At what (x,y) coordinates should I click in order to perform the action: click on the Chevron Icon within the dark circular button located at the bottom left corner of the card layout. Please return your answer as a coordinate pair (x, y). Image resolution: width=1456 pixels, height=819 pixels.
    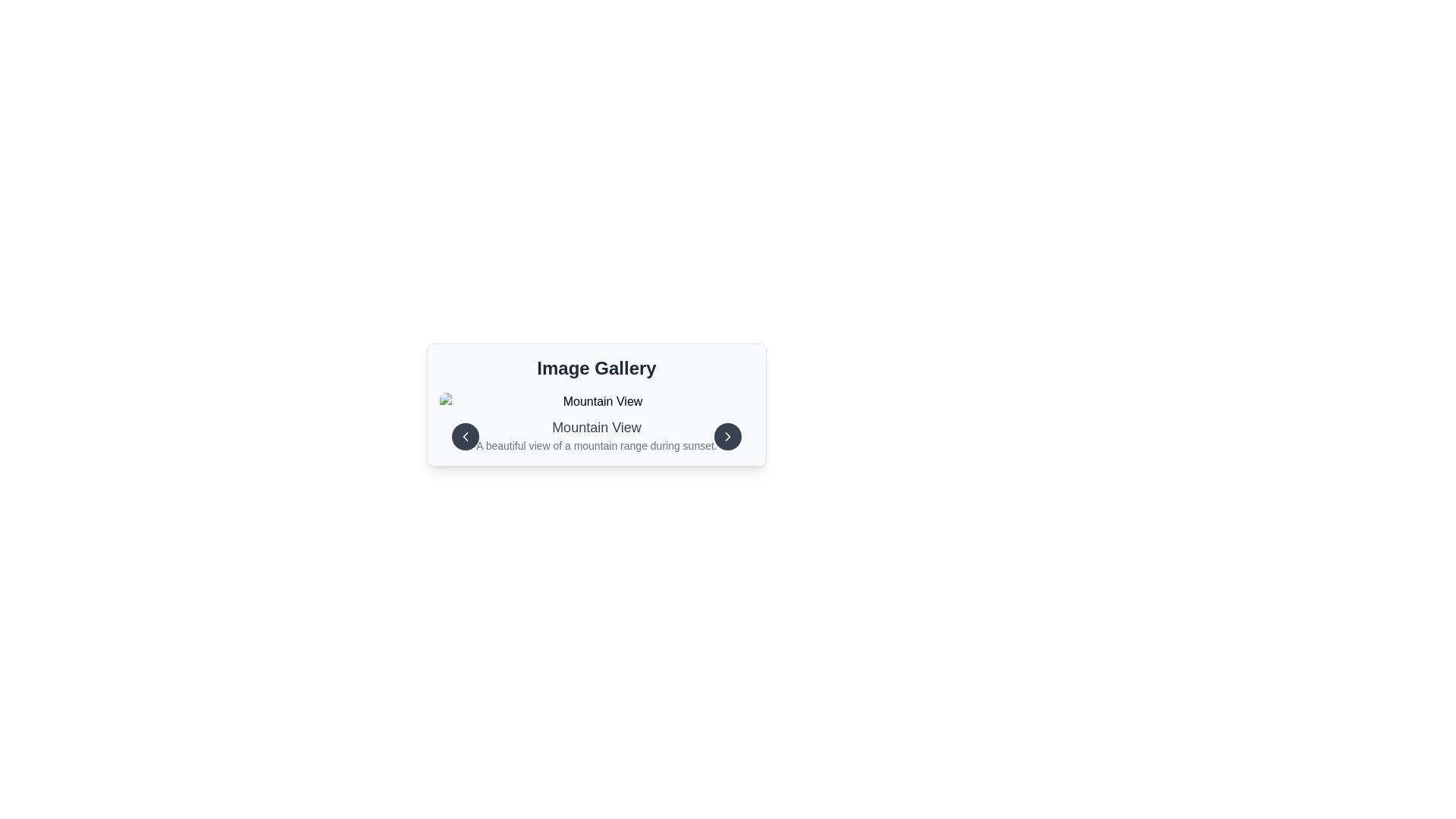
    Looking at the image, I should click on (465, 436).